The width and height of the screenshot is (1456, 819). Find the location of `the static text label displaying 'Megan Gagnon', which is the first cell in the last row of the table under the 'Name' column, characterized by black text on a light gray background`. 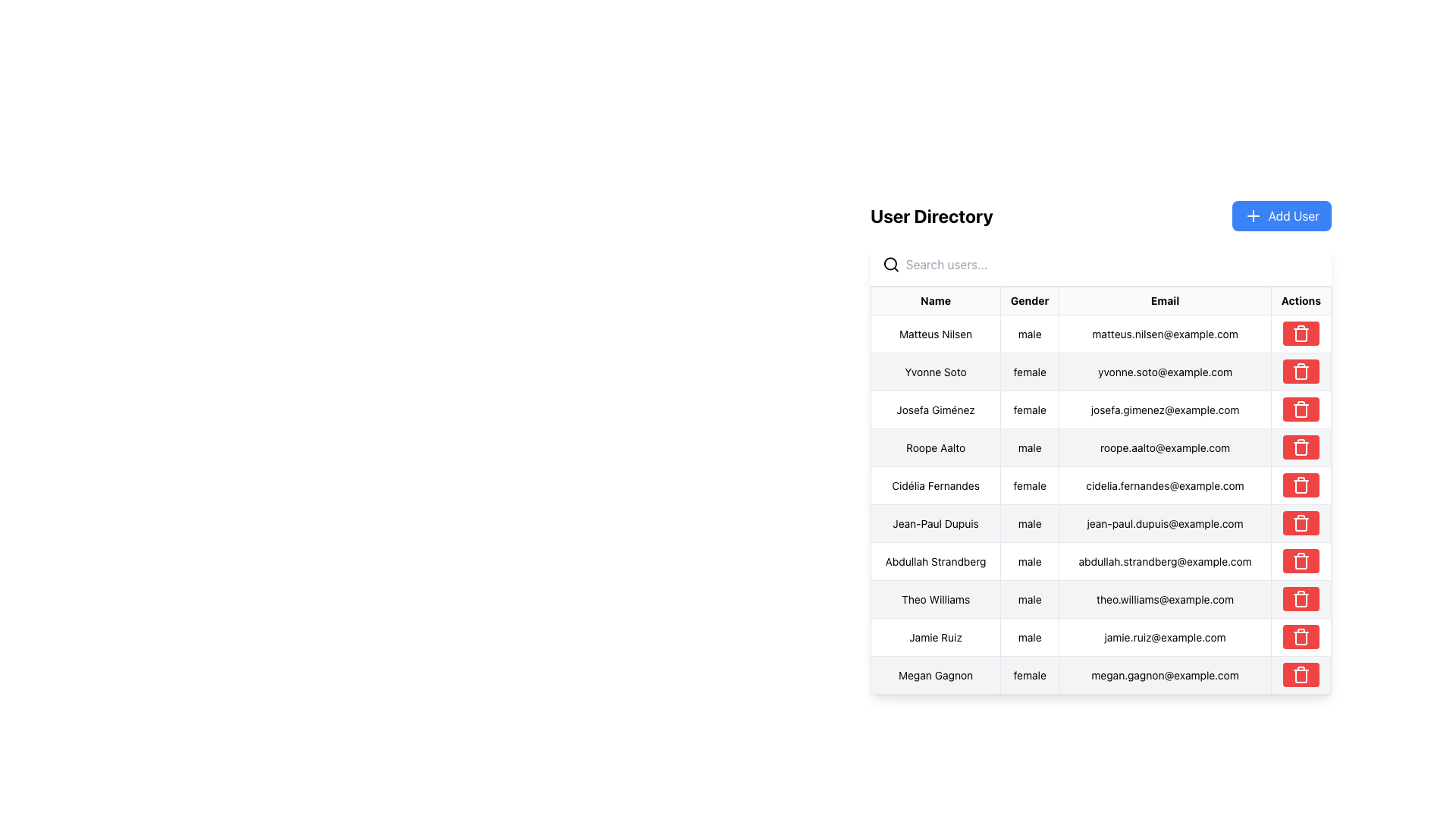

the static text label displaying 'Megan Gagnon', which is the first cell in the last row of the table under the 'Name' column, characterized by black text on a light gray background is located at coordinates (934, 674).